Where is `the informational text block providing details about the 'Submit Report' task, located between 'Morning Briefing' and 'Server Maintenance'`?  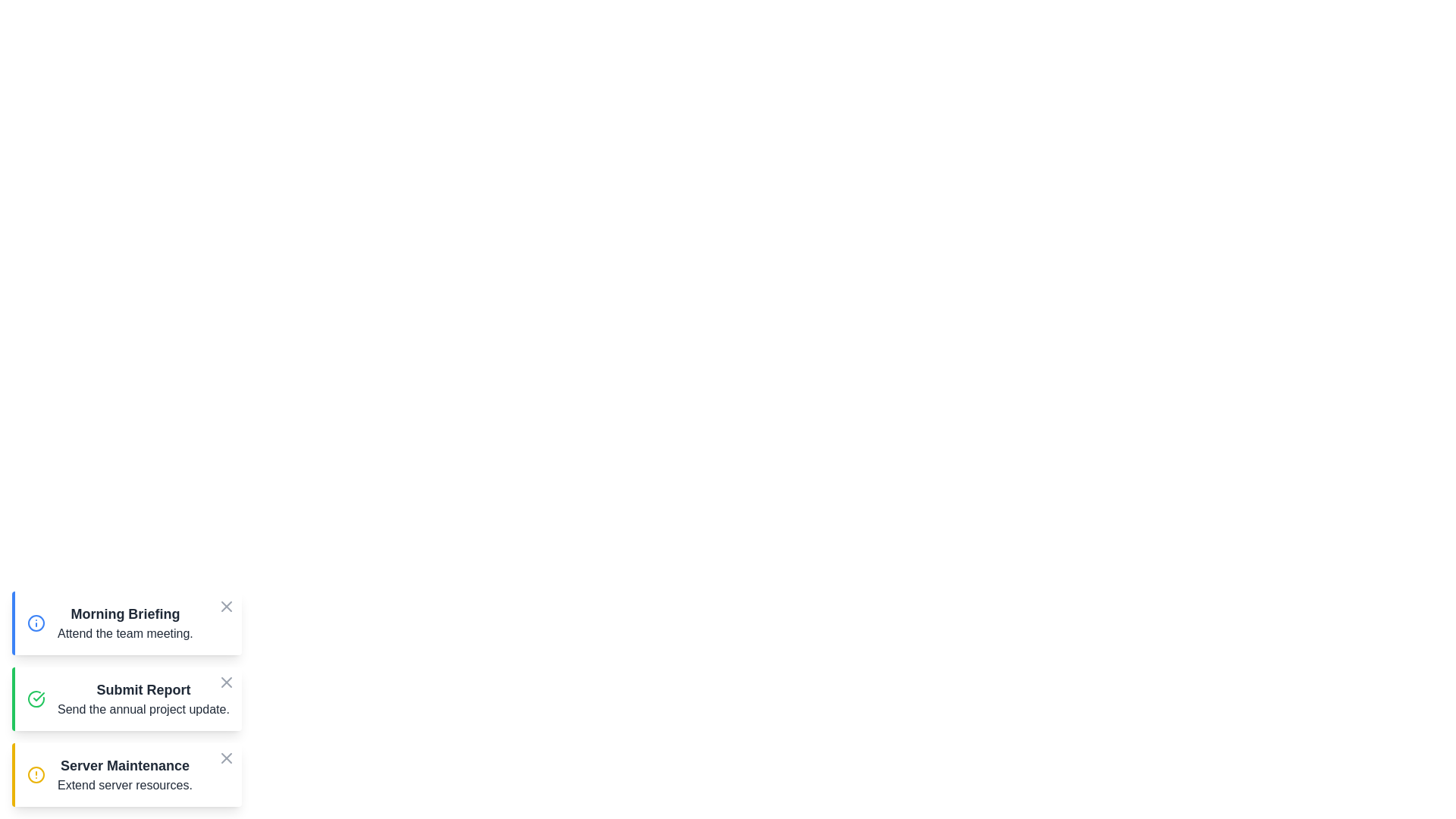
the informational text block providing details about the 'Submit Report' task, located between 'Morning Briefing' and 'Server Maintenance' is located at coordinates (128, 698).